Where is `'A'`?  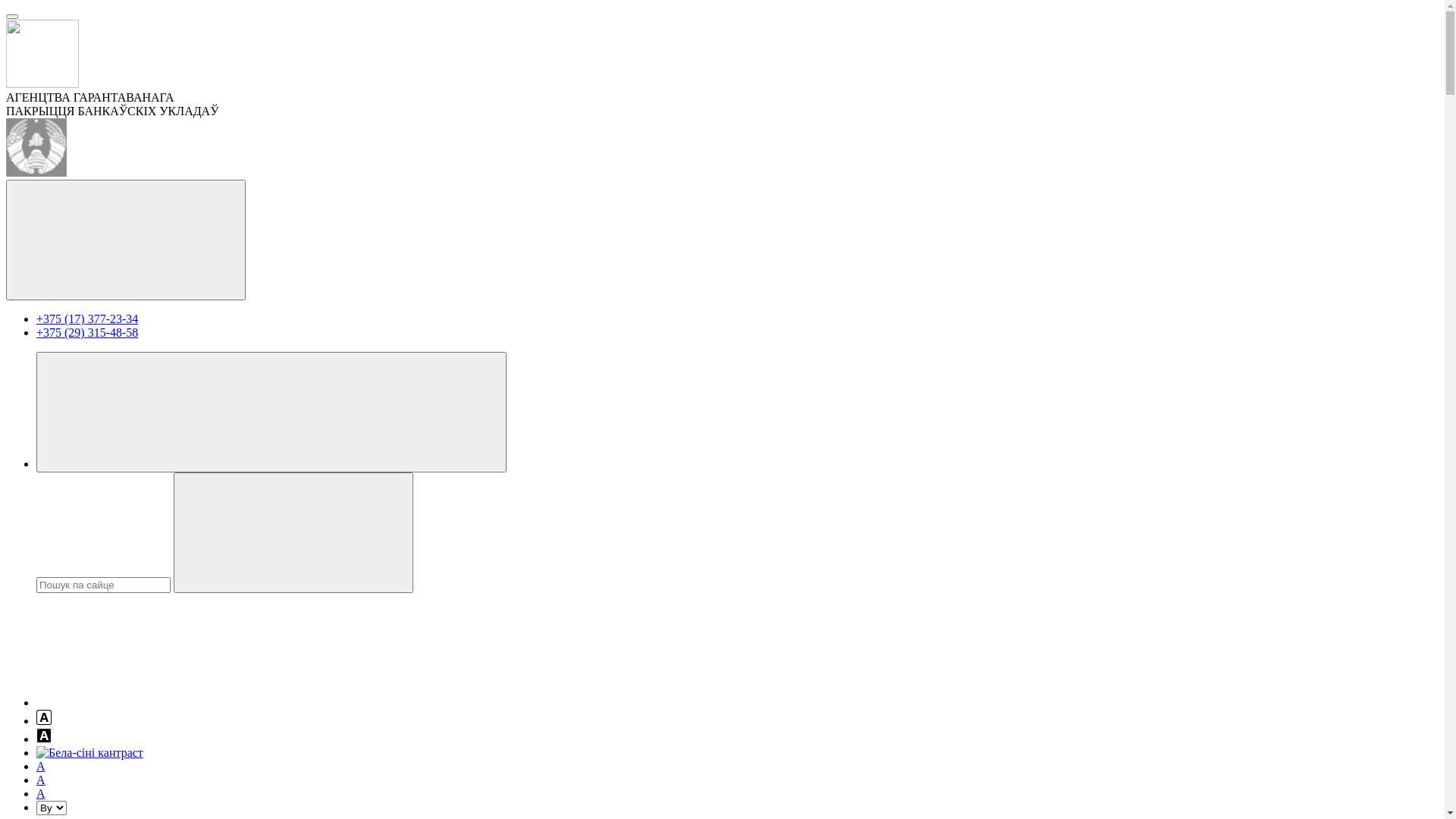 'A' is located at coordinates (40, 780).